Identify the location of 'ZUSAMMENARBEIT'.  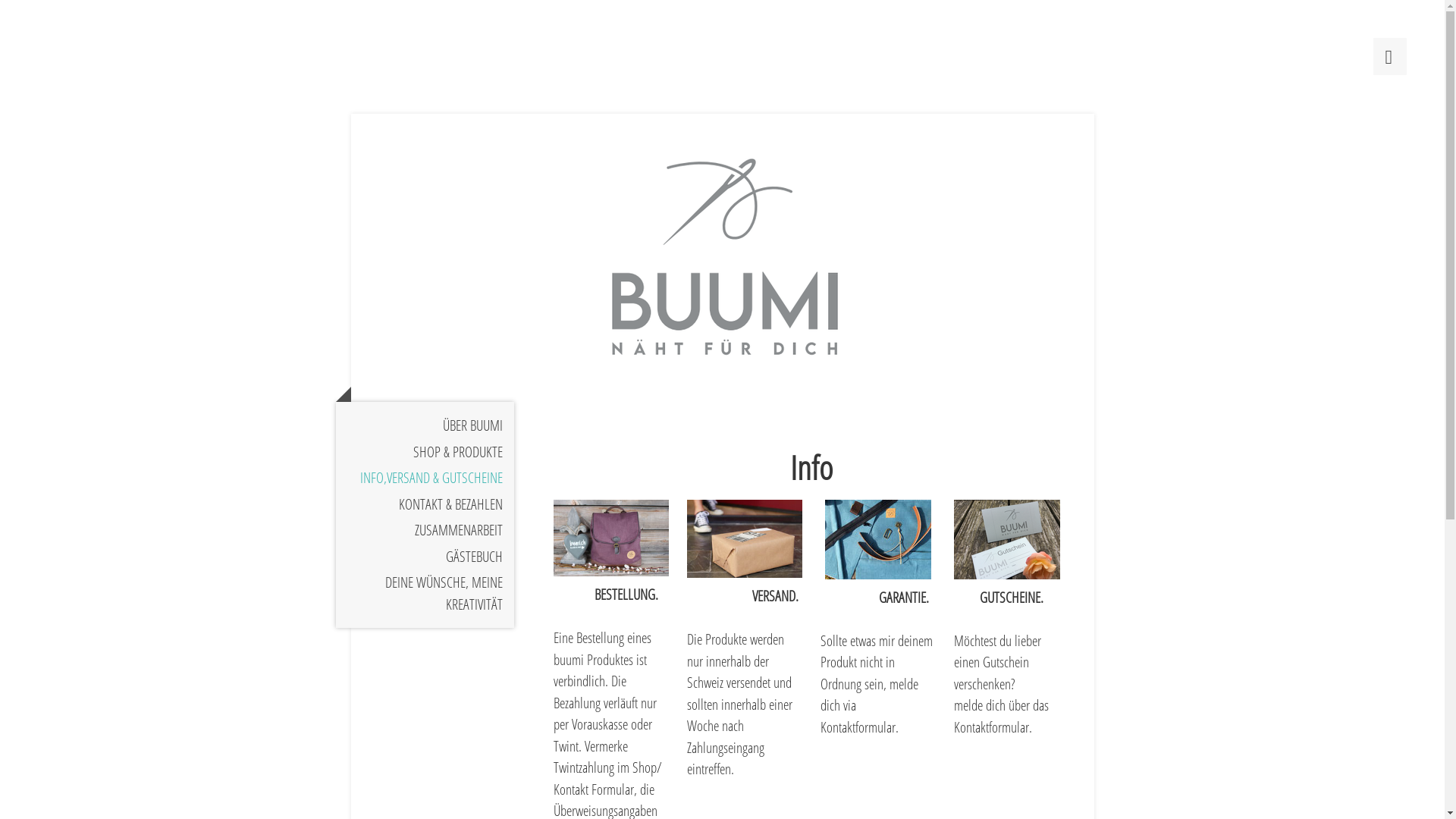
(424, 529).